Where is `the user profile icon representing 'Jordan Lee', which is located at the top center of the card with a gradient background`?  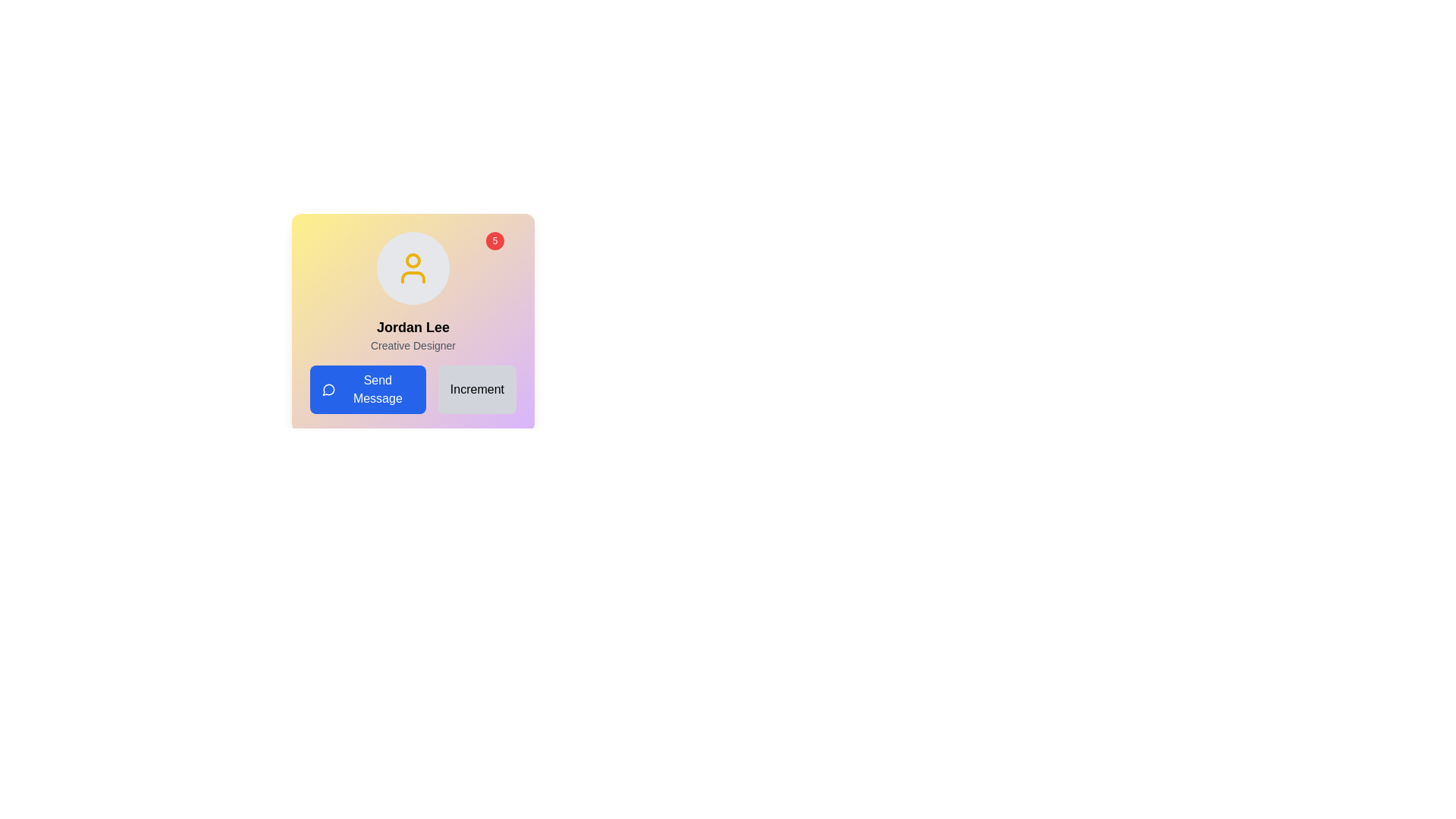
the user profile icon representing 'Jordan Lee', which is located at the top center of the card with a gradient background is located at coordinates (413, 268).